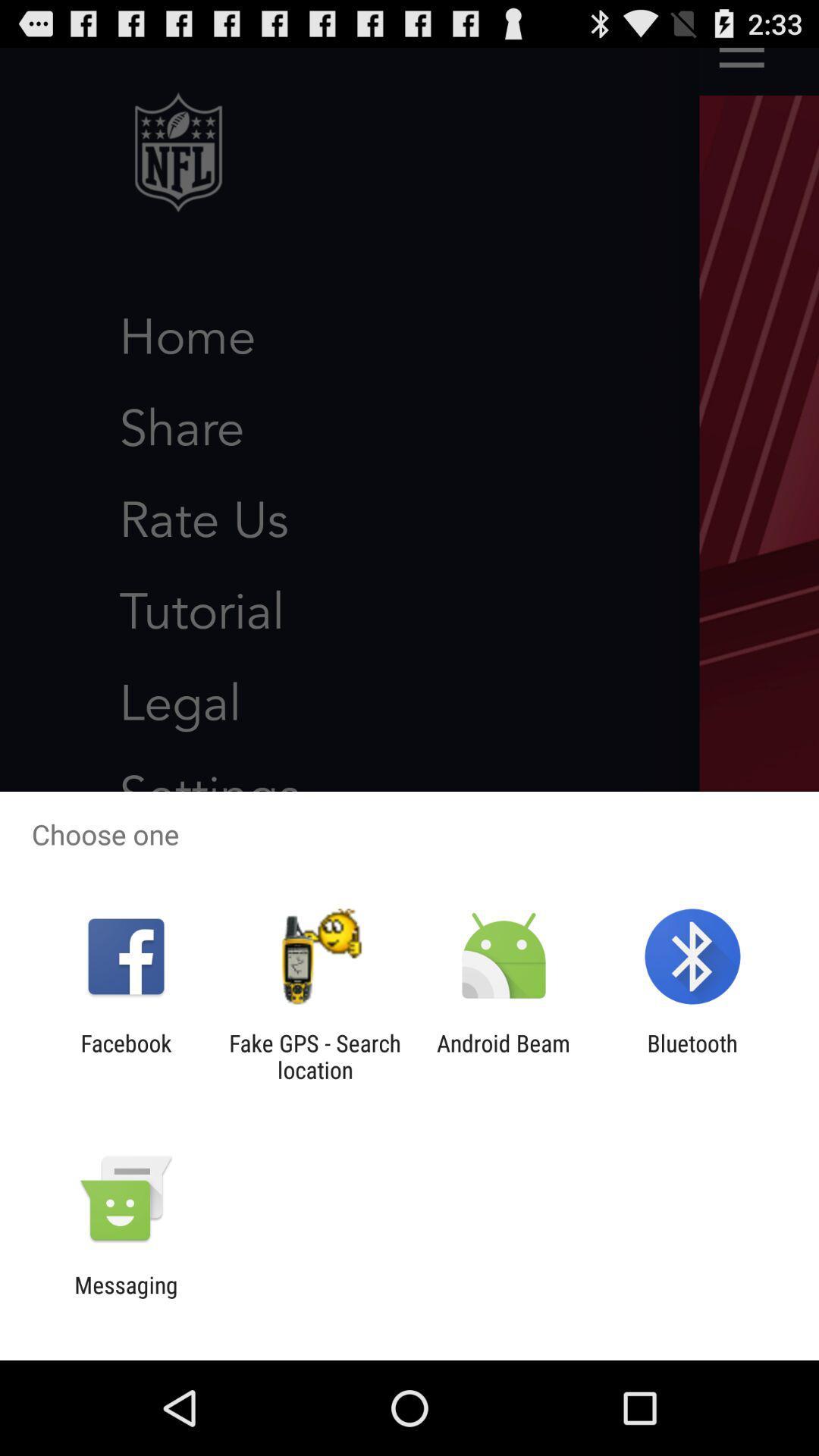  Describe the element at coordinates (692, 1056) in the screenshot. I see `app next to the android beam icon` at that location.